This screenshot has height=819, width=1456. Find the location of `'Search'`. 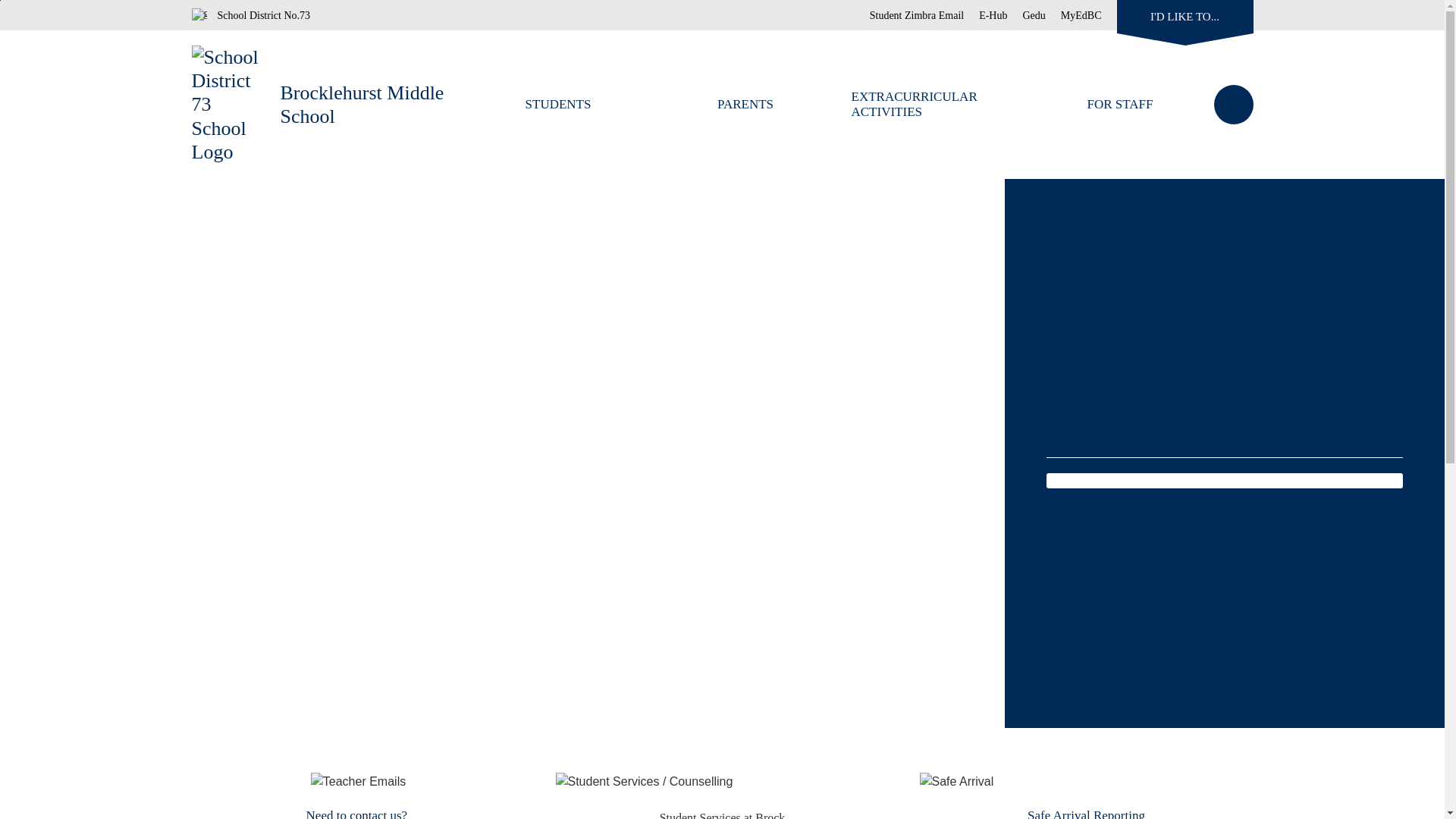

'Search' is located at coordinates (1233, 104).